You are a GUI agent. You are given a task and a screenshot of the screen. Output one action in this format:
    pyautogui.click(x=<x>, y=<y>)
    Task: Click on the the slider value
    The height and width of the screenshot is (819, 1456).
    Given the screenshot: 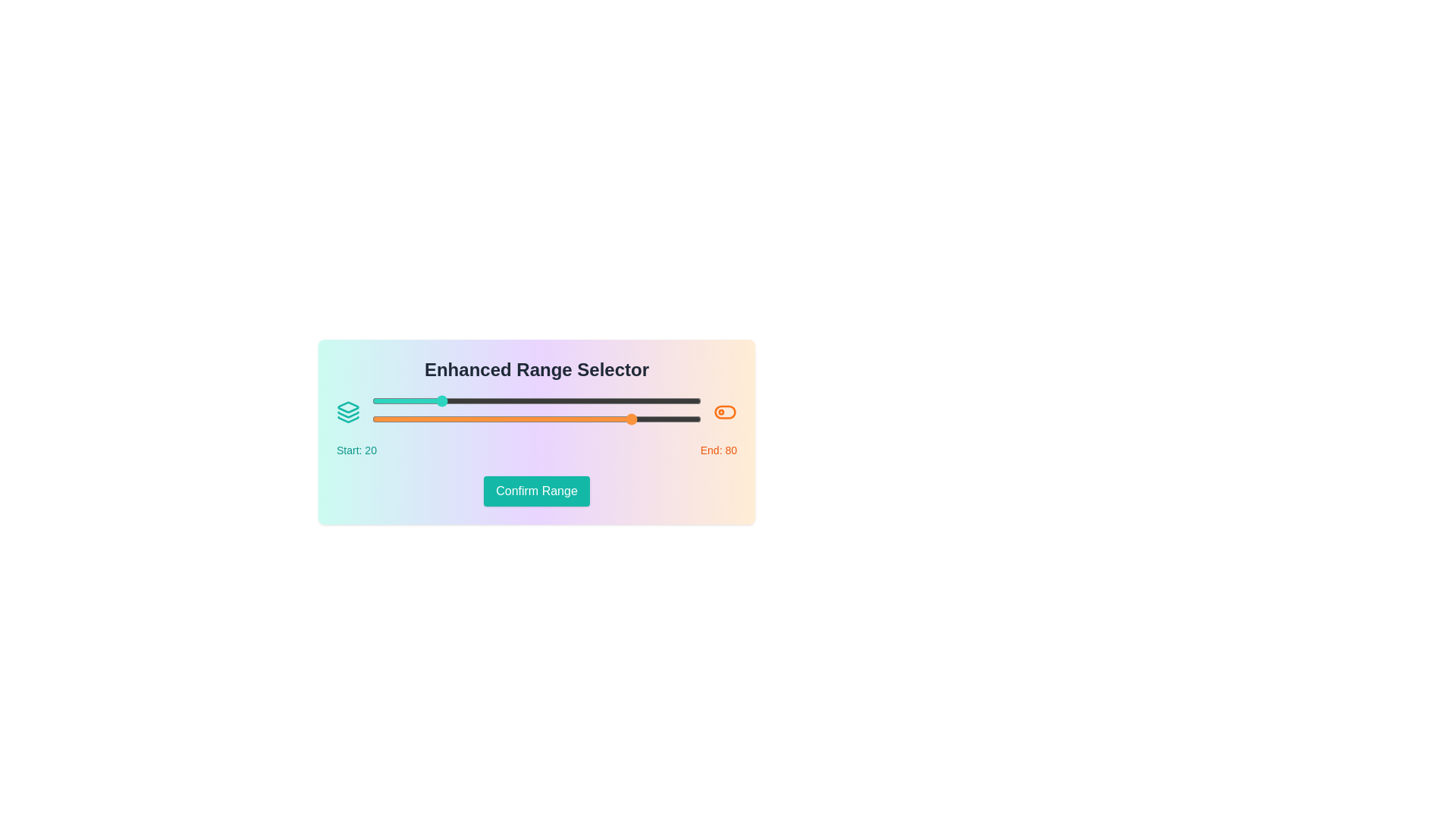 What is the action you would take?
    pyautogui.click(x=460, y=419)
    